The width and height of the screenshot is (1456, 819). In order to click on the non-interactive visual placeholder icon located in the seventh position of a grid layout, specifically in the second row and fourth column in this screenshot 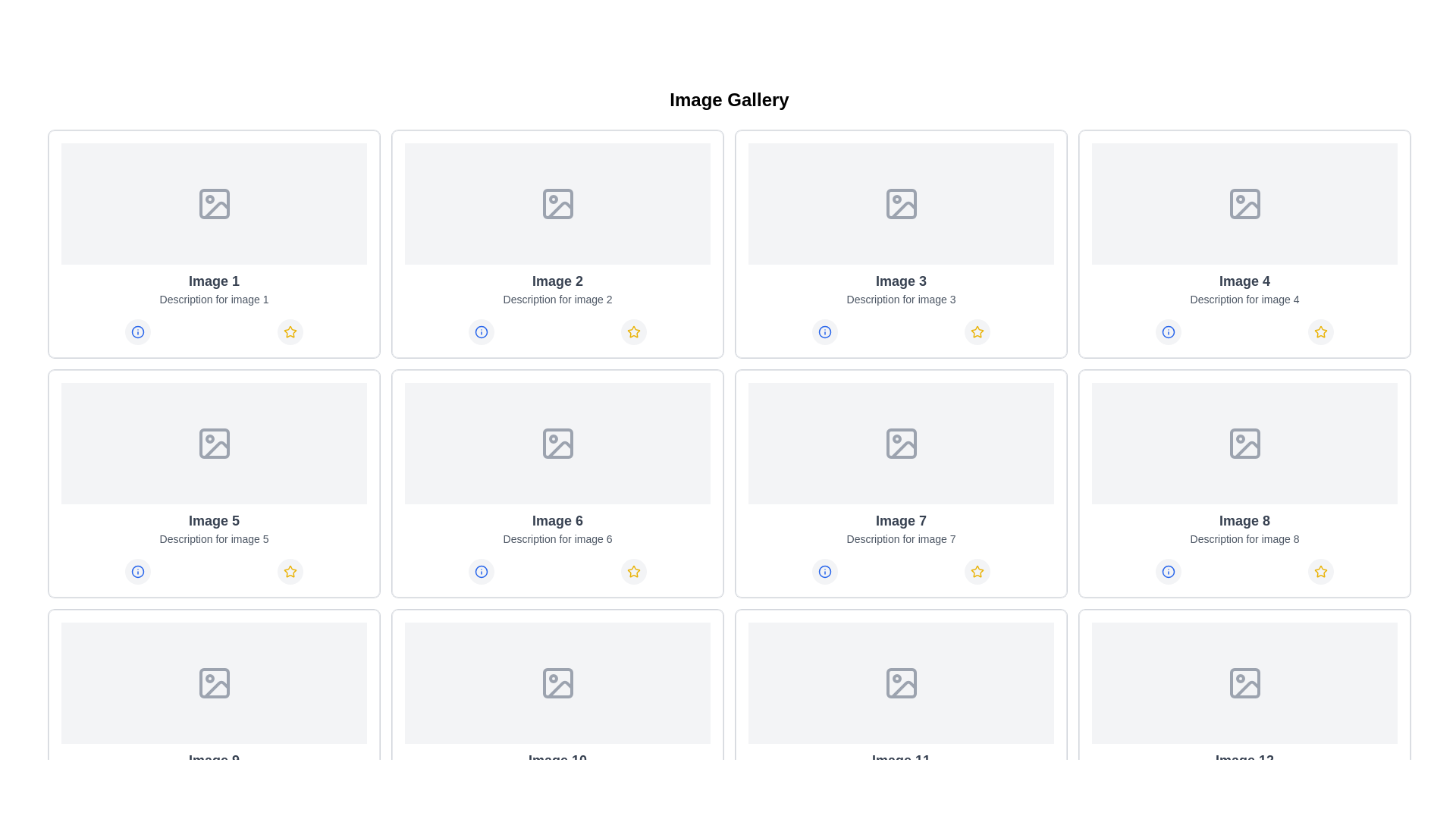, I will do `click(901, 444)`.